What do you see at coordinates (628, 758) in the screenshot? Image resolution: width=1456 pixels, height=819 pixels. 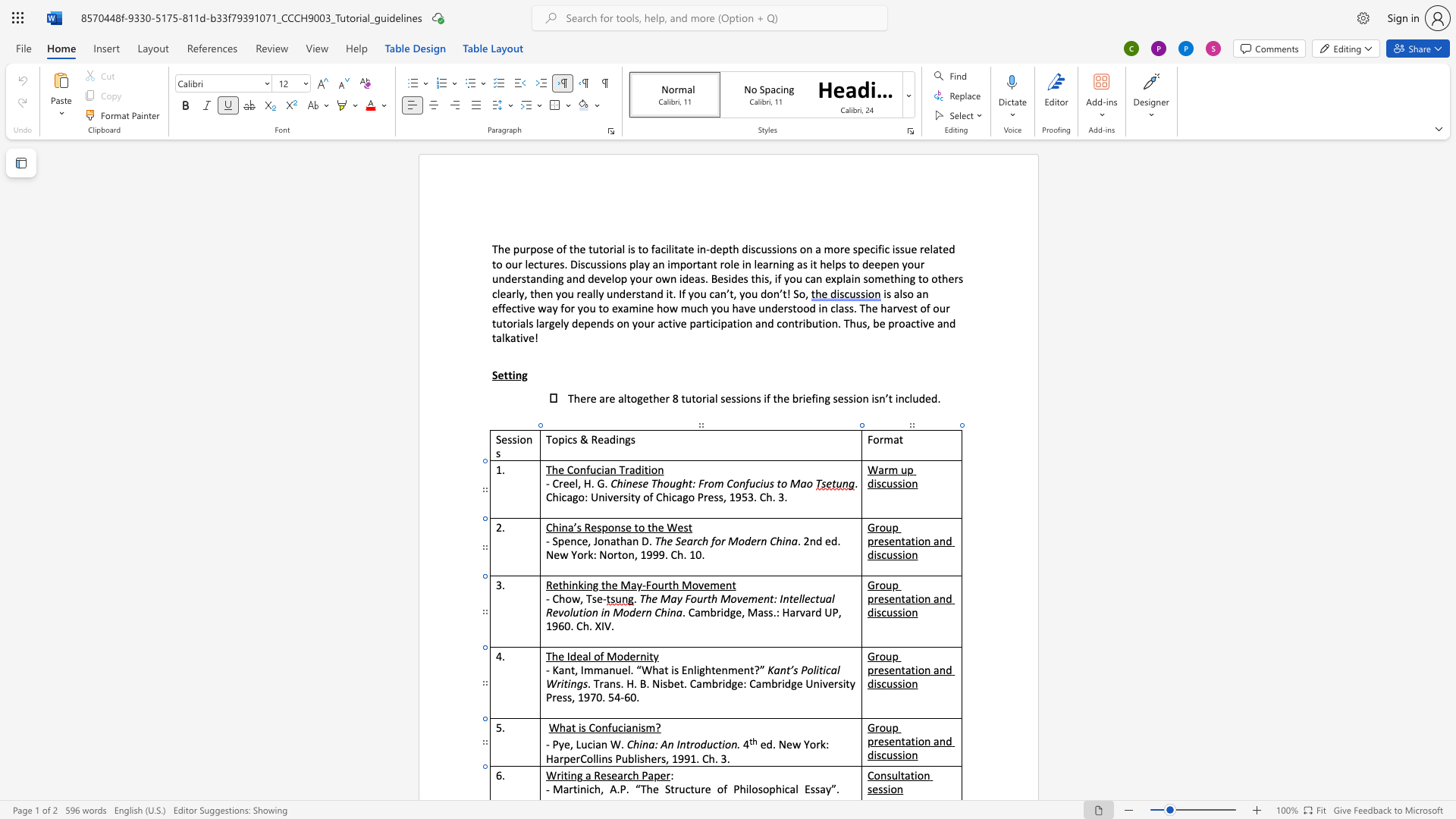 I see `the space between the continuous character "u" and "b" in the text` at bounding box center [628, 758].